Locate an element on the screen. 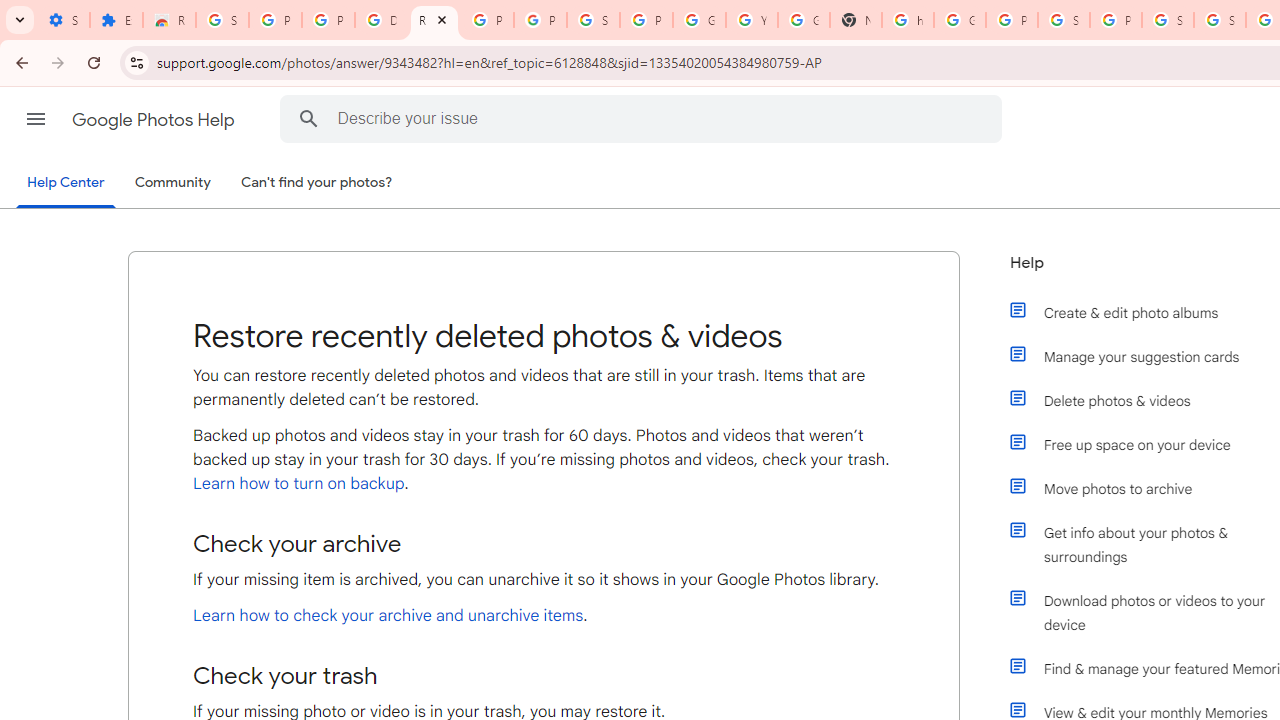 This screenshot has height=720, width=1280. 'Extensions' is located at coordinates (115, 20).